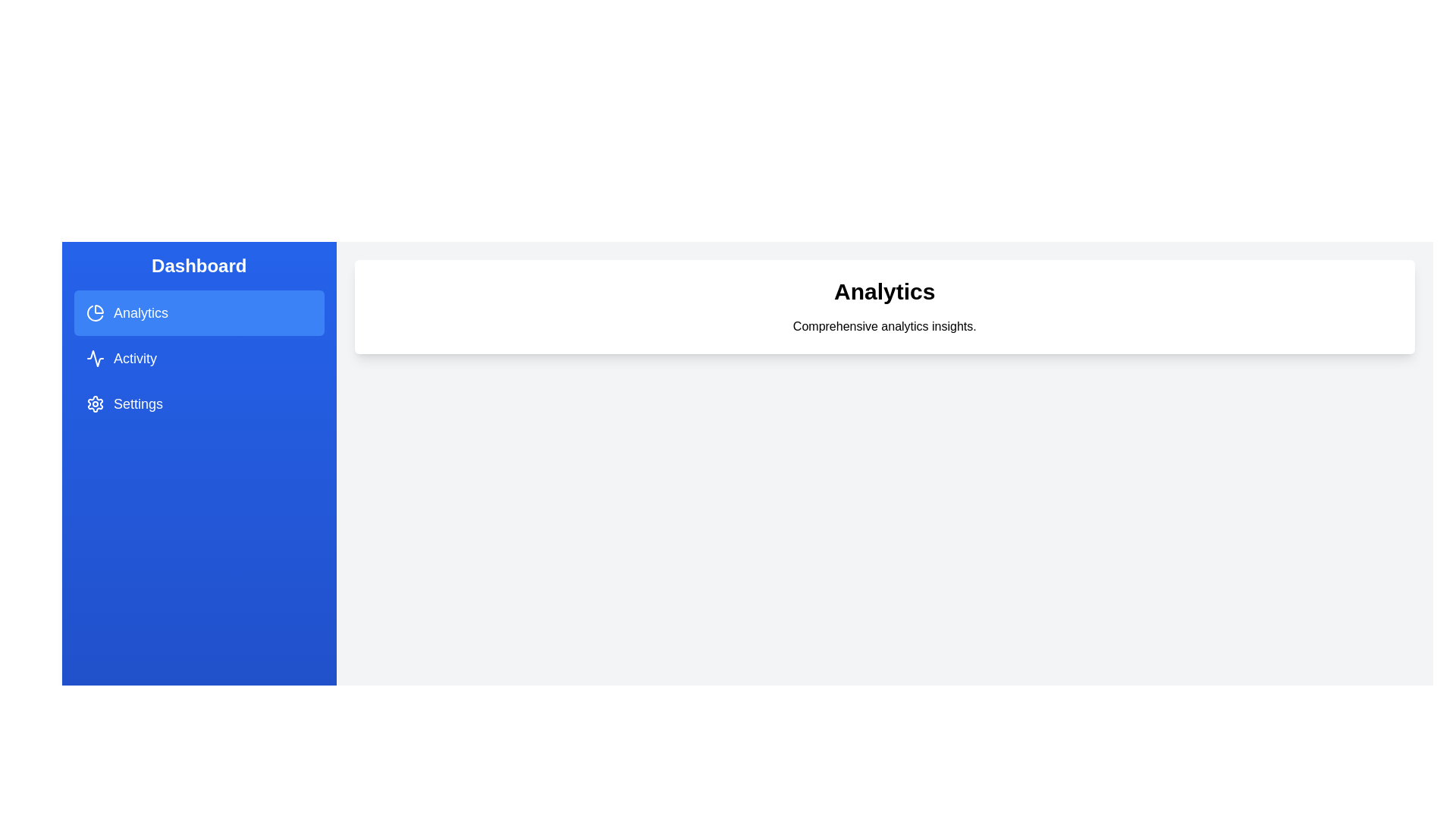 The width and height of the screenshot is (1456, 819). I want to click on the 'Analytics' navigation button located below the 'Dashboard' header and above the 'Activity' entry, so click(198, 339).